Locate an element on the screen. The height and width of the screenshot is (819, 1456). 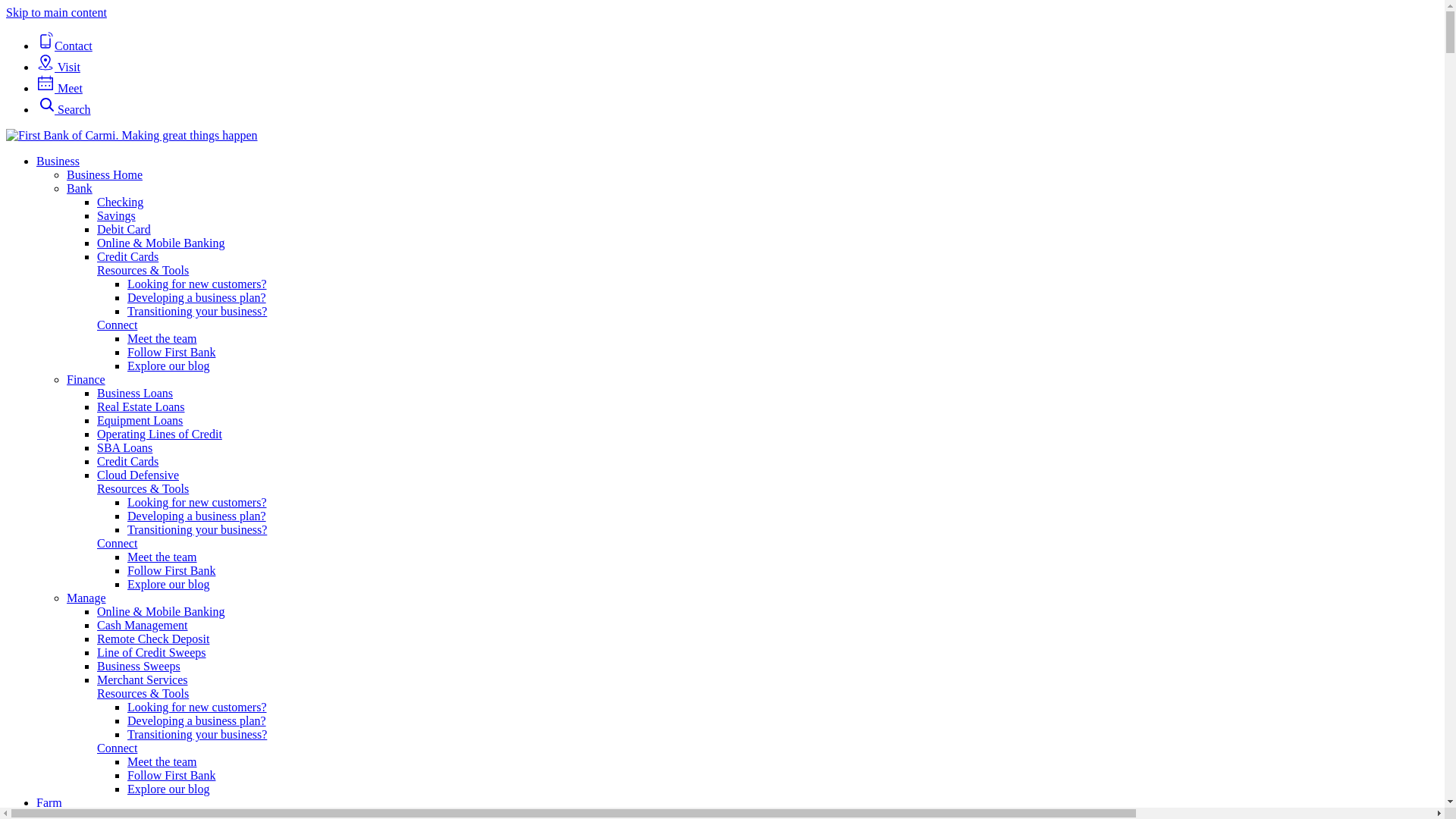
'Explore our blog' is located at coordinates (168, 788).